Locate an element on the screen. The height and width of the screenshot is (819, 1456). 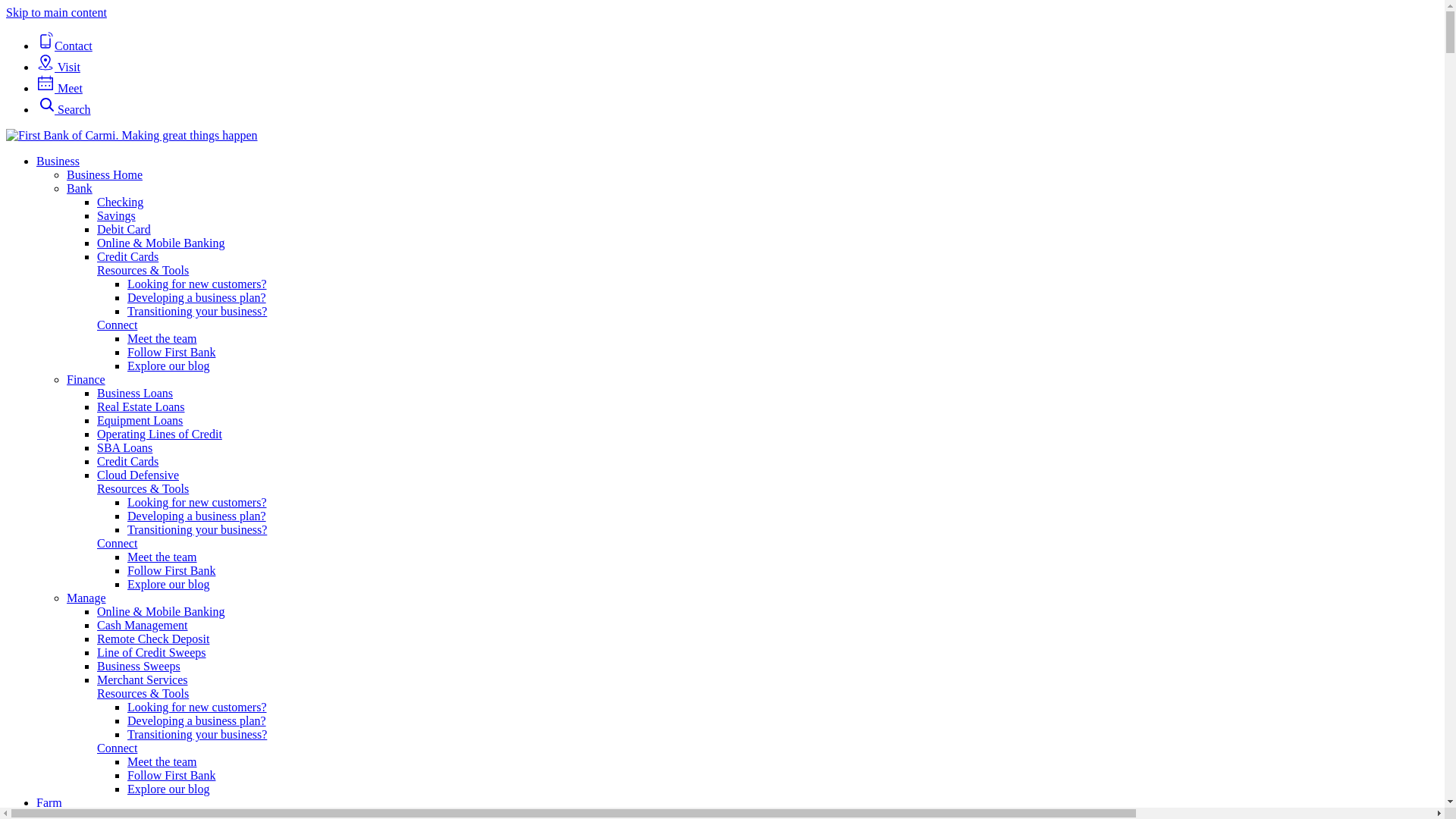
'Explore our blog' is located at coordinates (168, 788).